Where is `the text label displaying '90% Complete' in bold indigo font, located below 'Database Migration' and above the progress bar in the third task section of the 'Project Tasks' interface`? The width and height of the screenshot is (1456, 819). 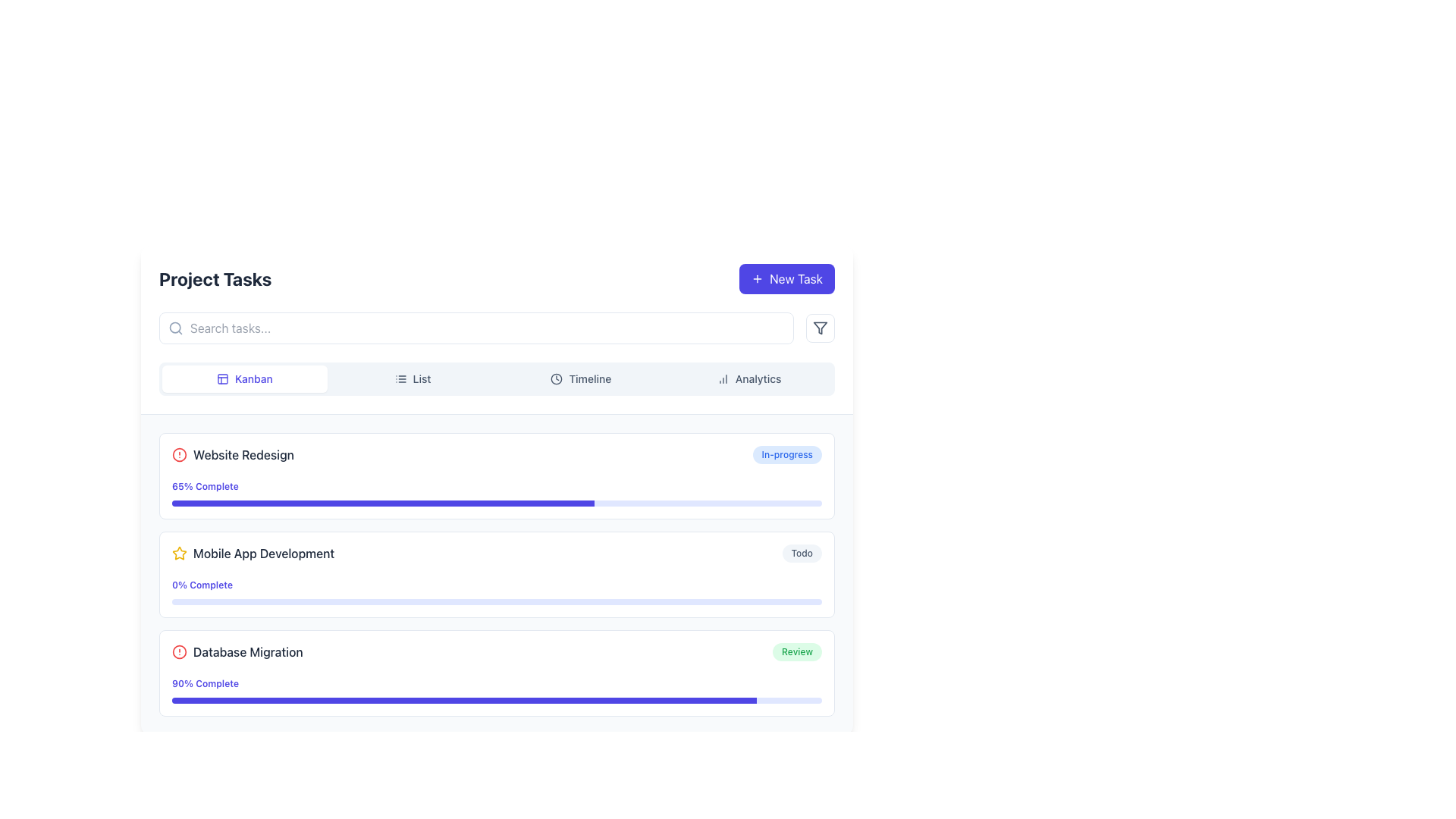
the text label displaying '90% Complete' in bold indigo font, located below 'Database Migration' and above the progress bar in the third task section of the 'Project Tasks' interface is located at coordinates (205, 684).